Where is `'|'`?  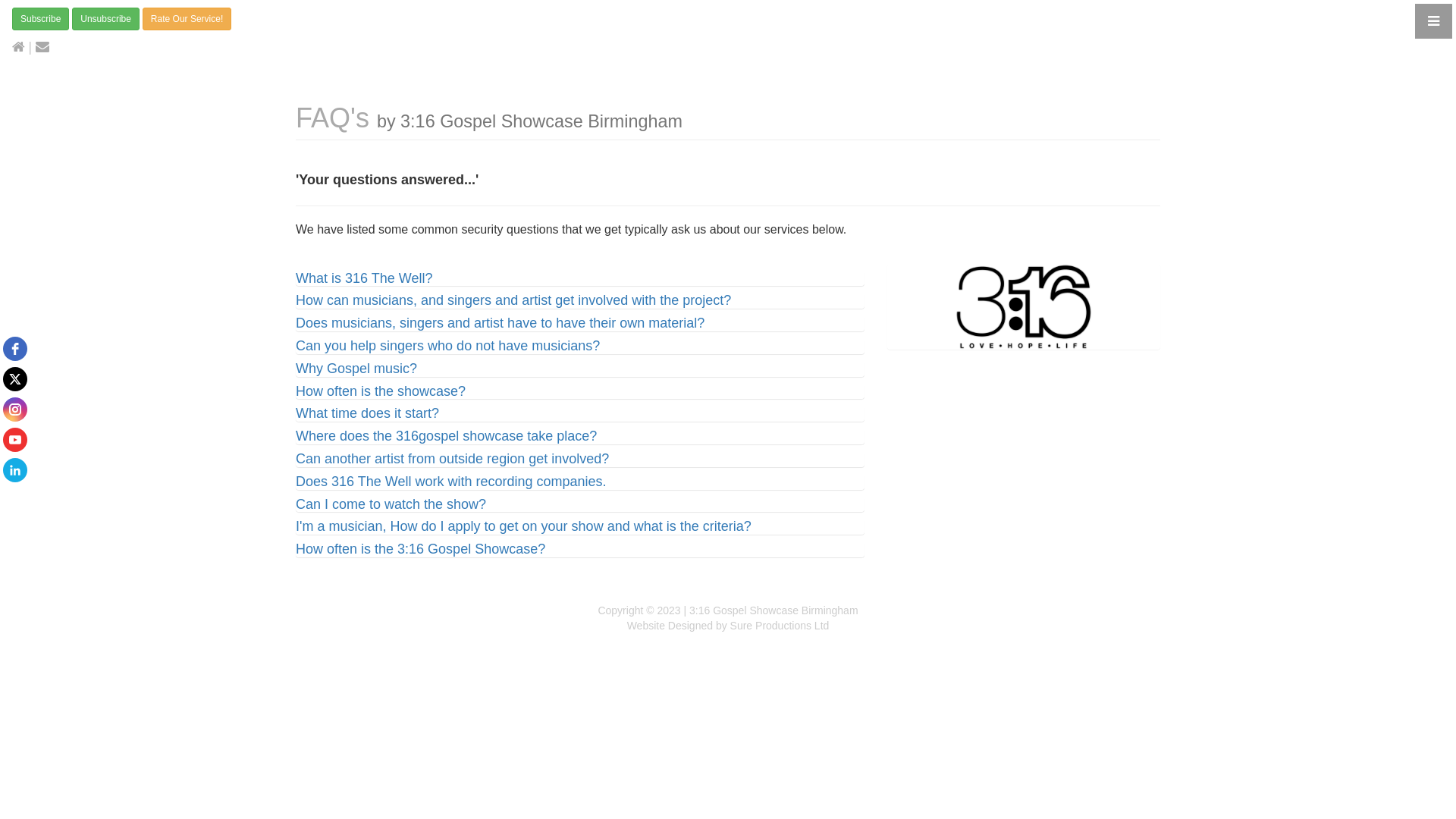
'|' is located at coordinates (21, 45).